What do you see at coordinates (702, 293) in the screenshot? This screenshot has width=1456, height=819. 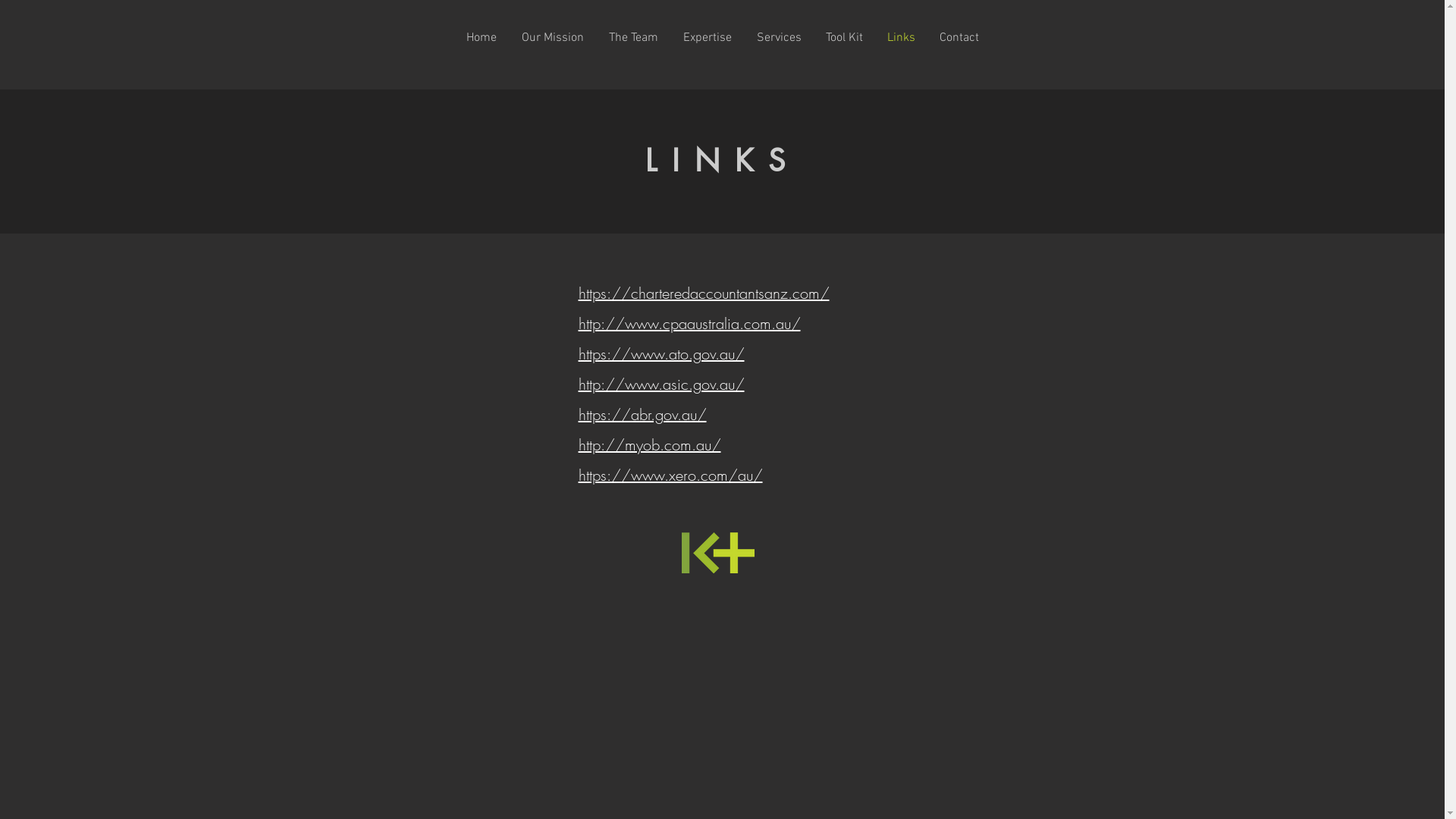 I see `'https://charteredaccountantsanz.com/'` at bounding box center [702, 293].